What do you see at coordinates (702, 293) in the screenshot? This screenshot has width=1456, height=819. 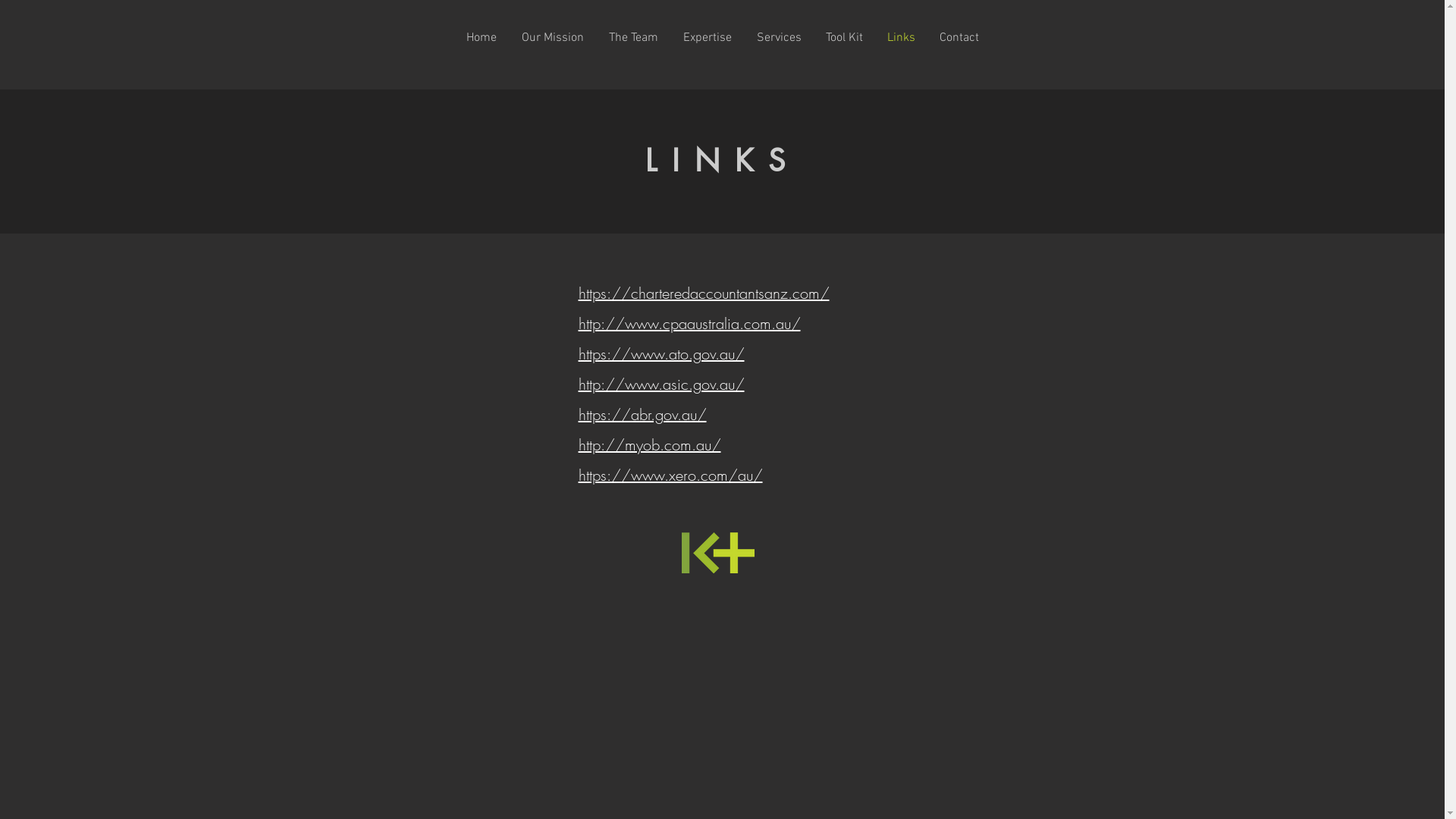 I see `'https://charteredaccountantsanz.com/'` at bounding box center [702, 293].